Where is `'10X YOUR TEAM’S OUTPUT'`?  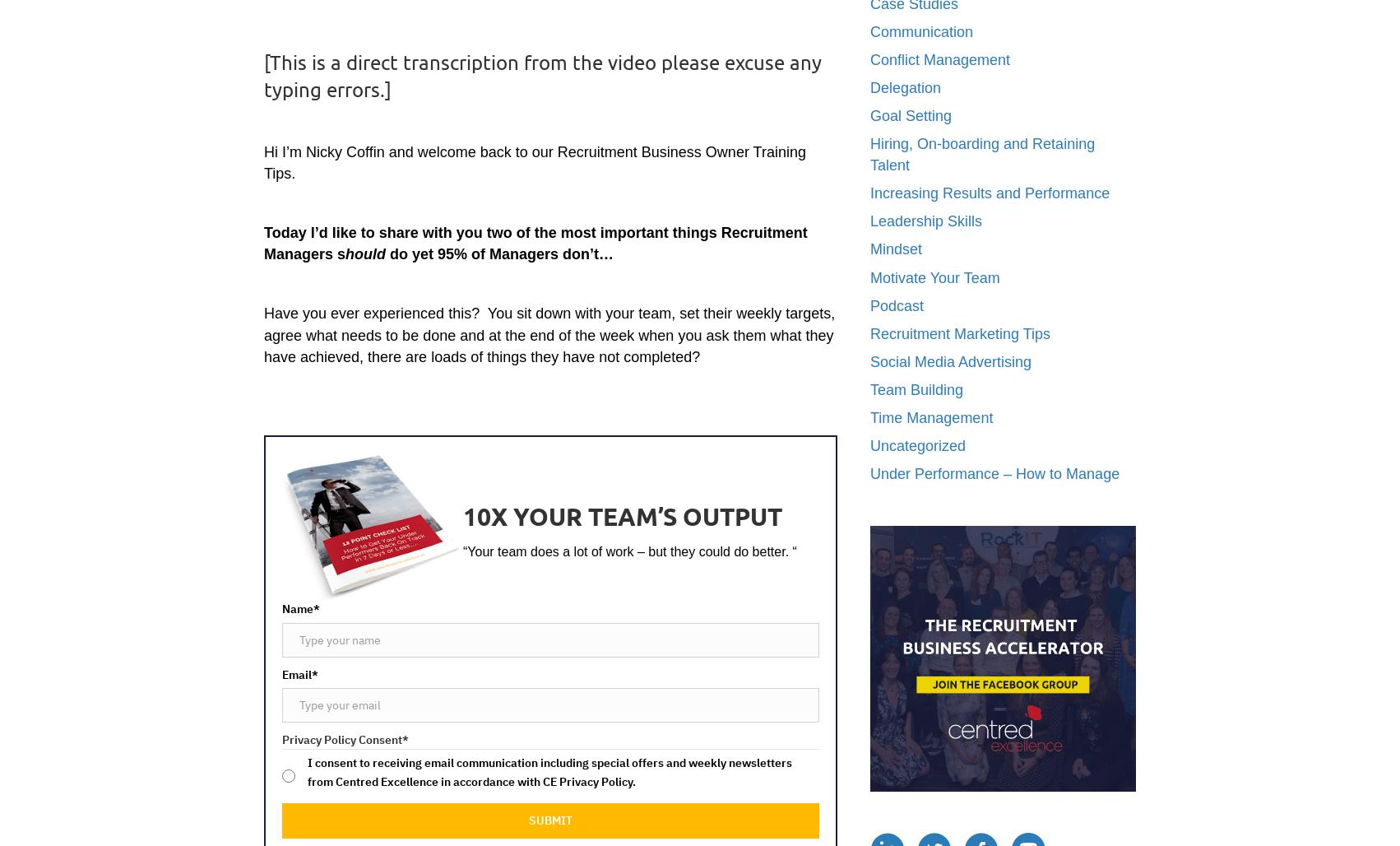
'10X YOUR TEAM’S OUTPUT' is located at coordinates (622, 515).